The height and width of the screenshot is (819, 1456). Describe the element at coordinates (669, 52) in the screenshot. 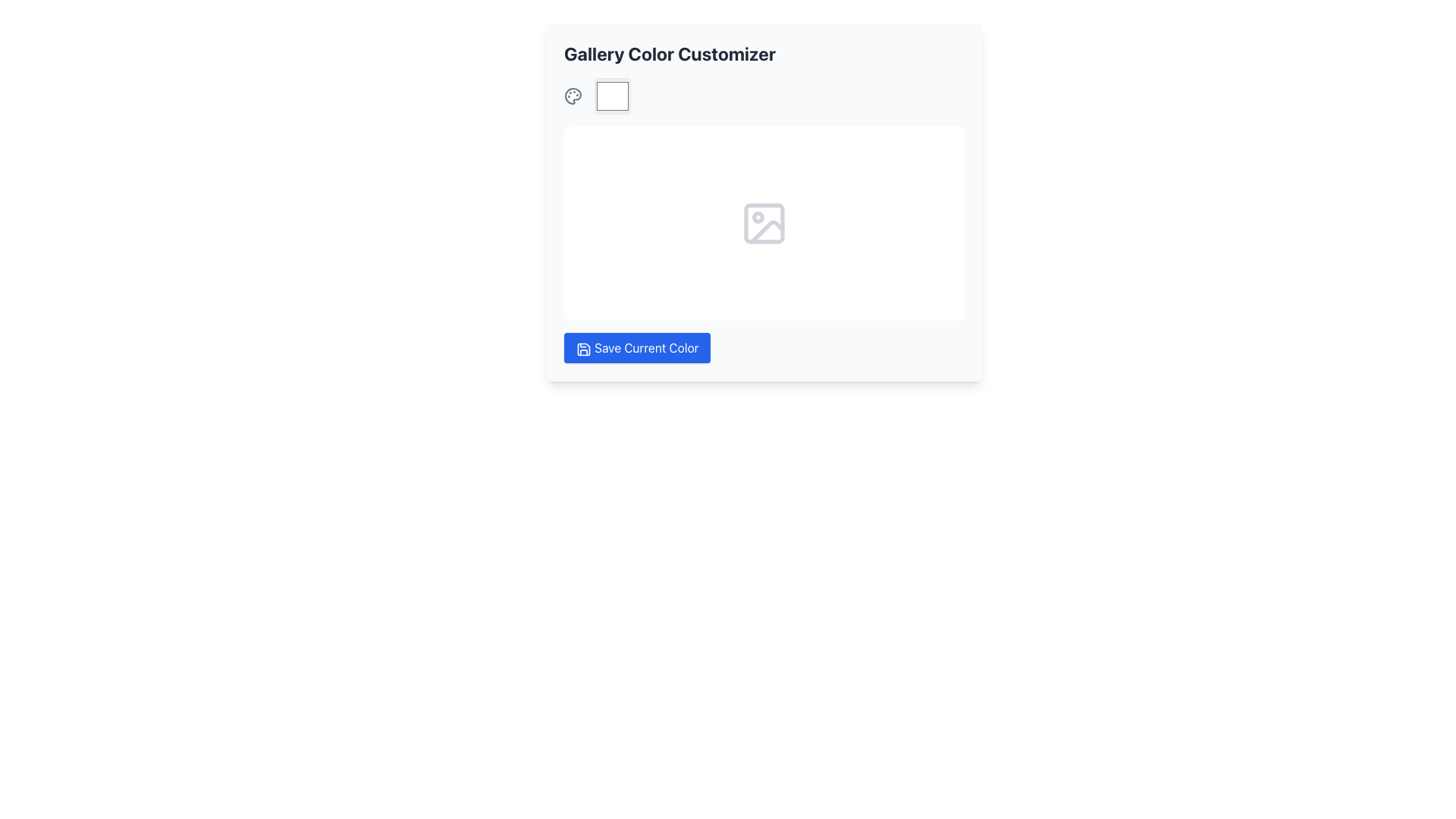

I see `text 'Gallery Color Customizer', which is displayed prominently in bold and large font at the top of the panel, centrally aligned` at that location.